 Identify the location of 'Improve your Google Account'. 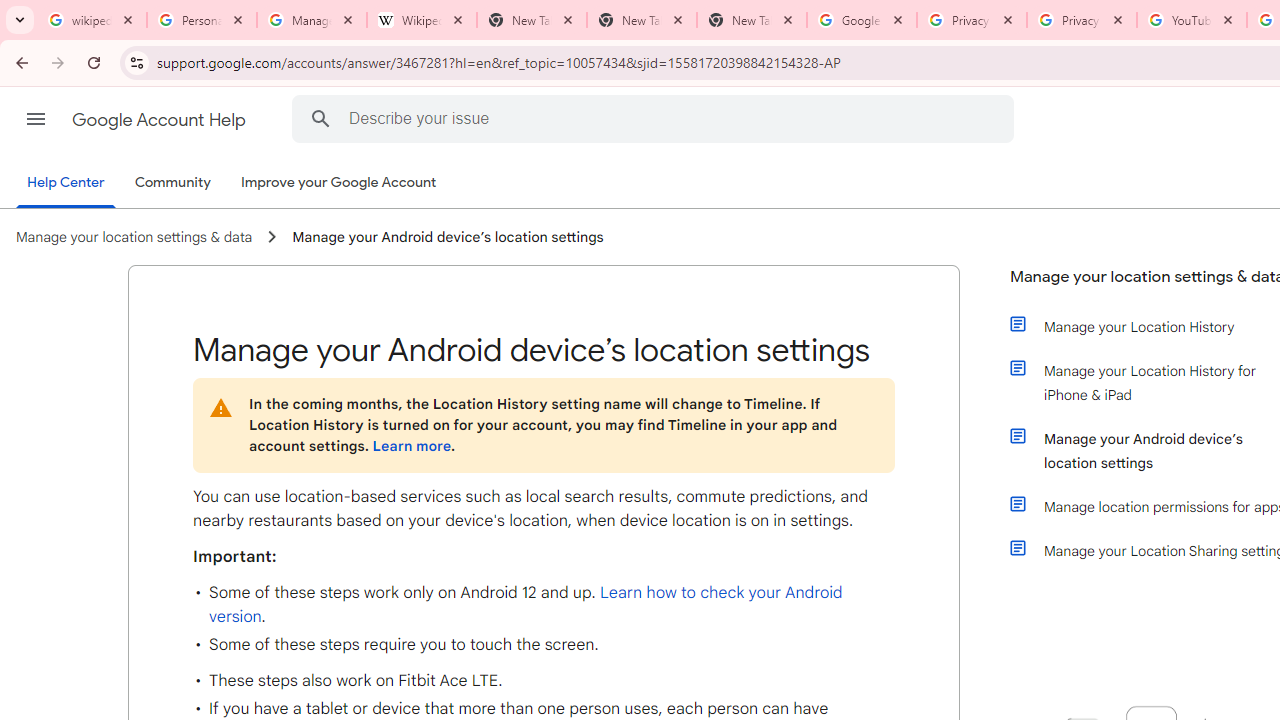
(339, 183).